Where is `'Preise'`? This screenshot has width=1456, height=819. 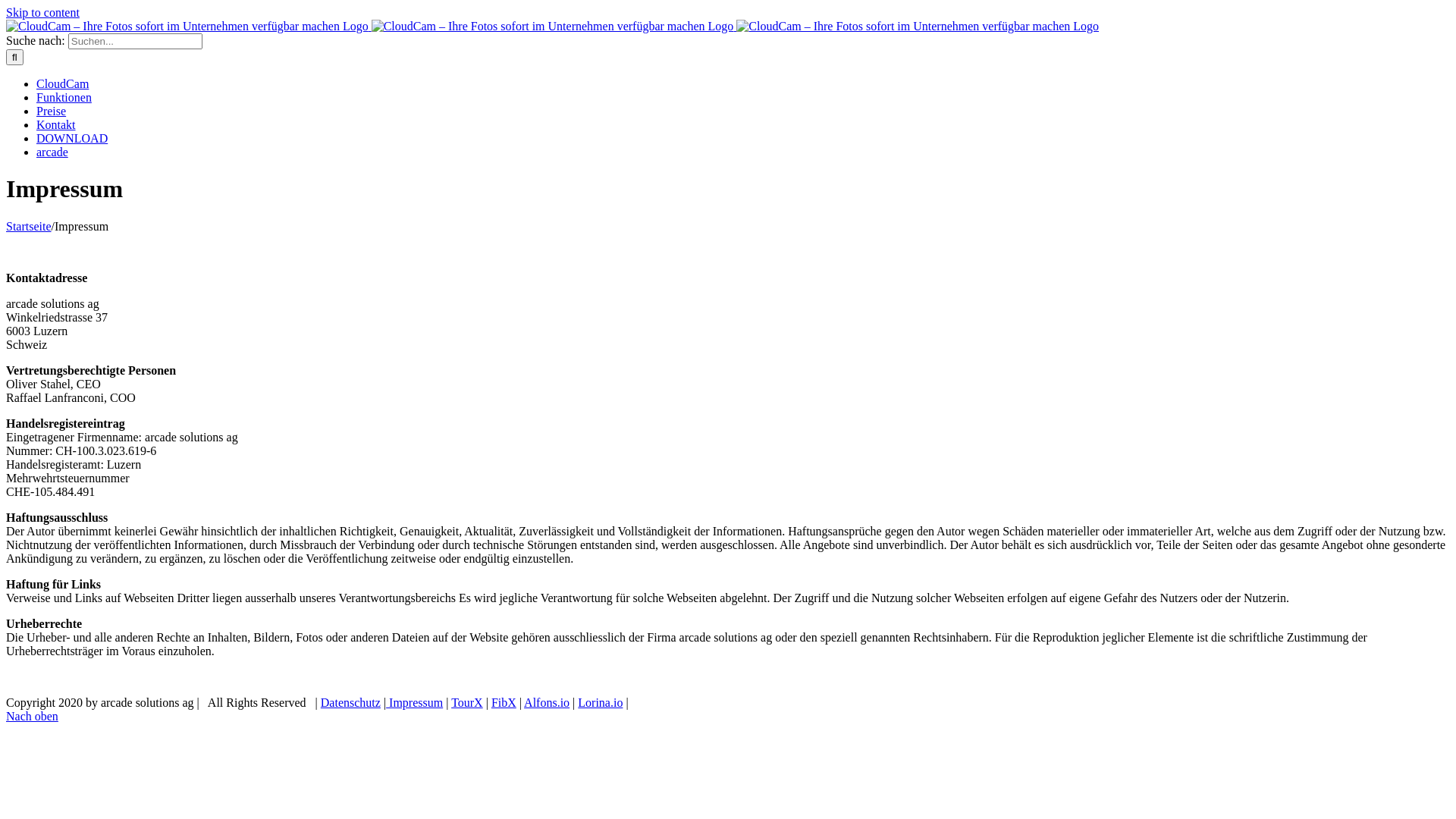 'Preise' is located at coordinates (36, 110).